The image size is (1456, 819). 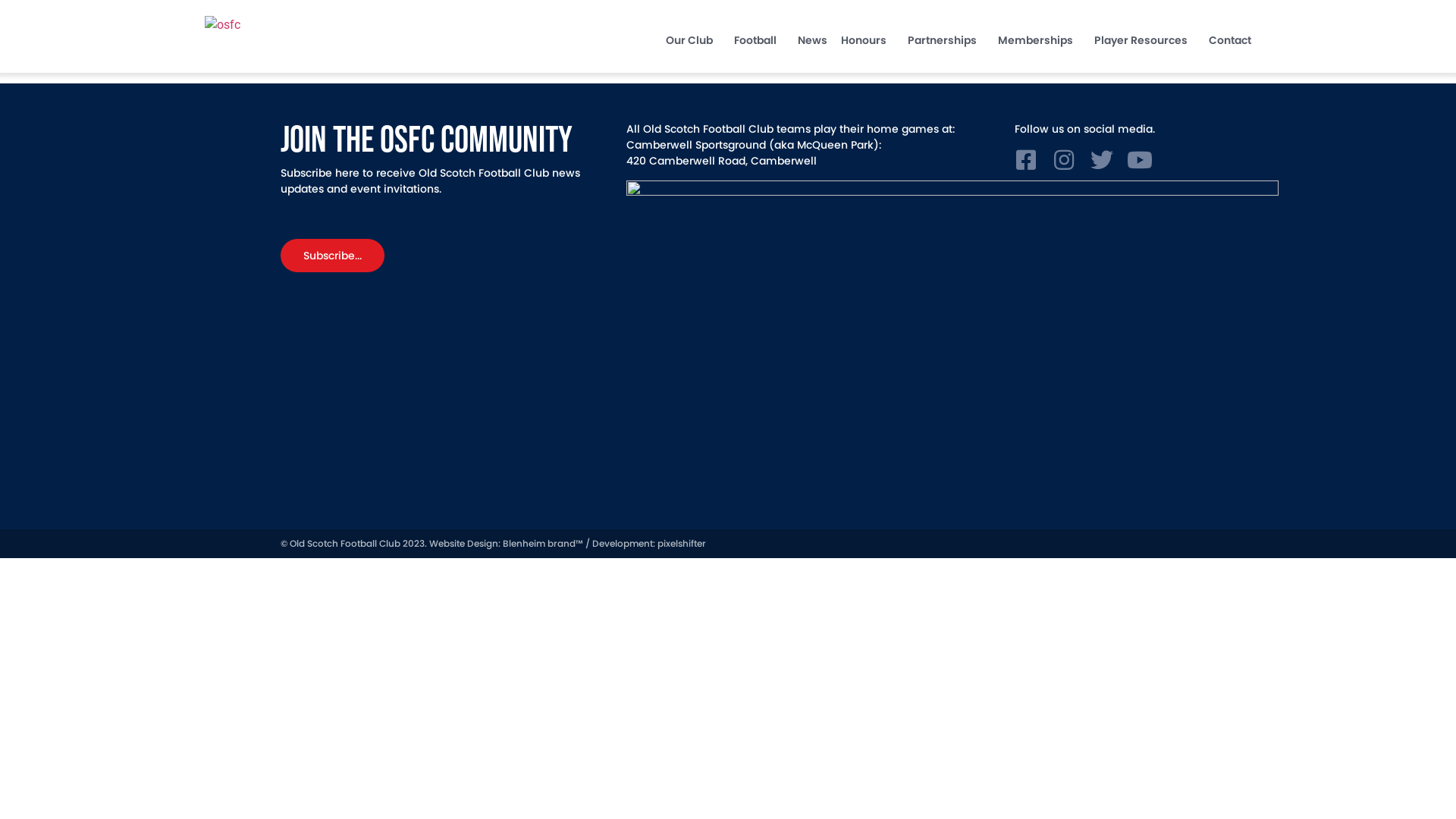 I want to click on 'News', so click(x=811, y=39).